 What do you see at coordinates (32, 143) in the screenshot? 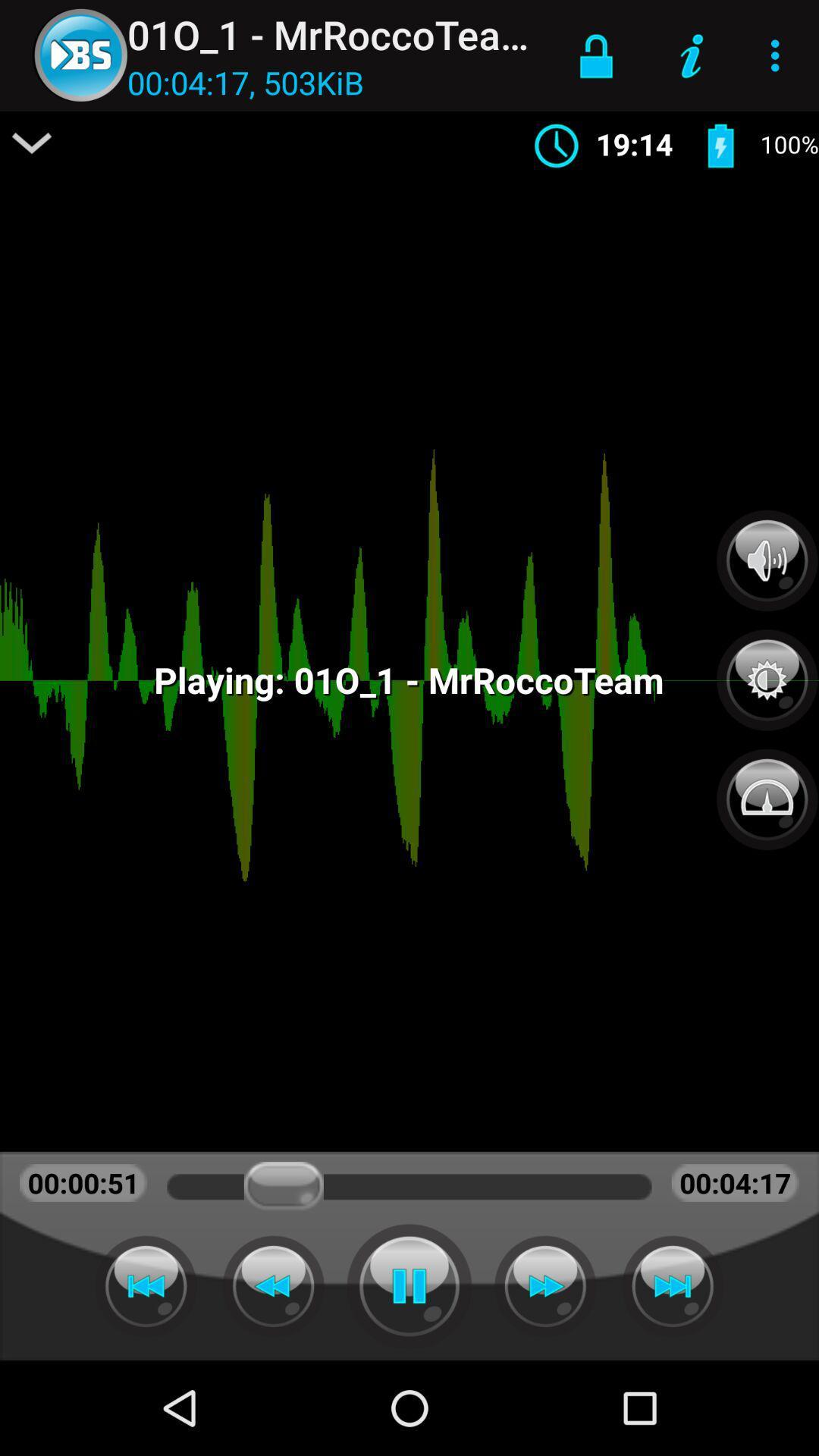
I see `the app next to the 00 04 17` at bounding box center [32, 143].